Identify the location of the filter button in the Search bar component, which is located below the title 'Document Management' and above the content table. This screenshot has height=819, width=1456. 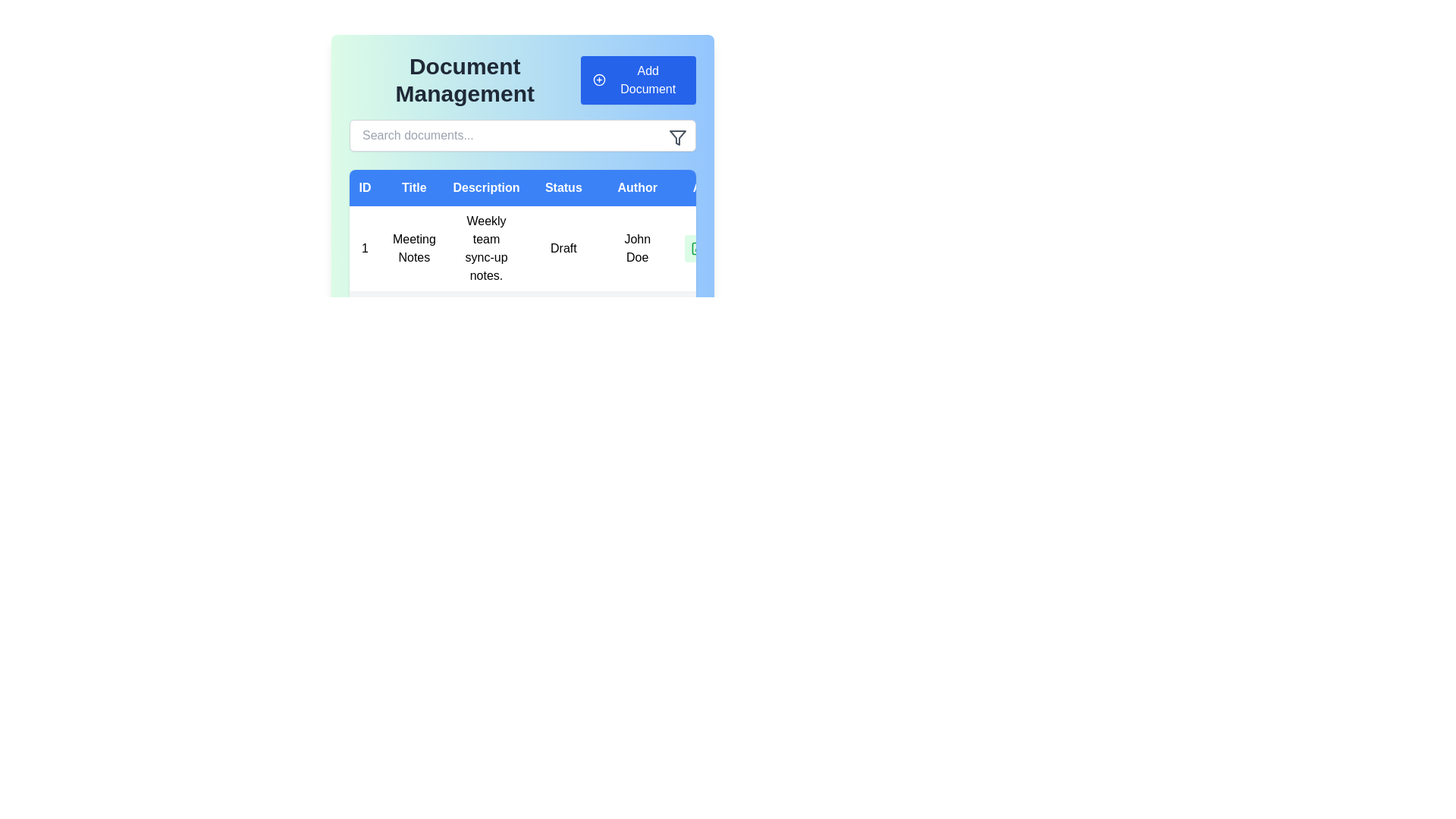
(522, 134).